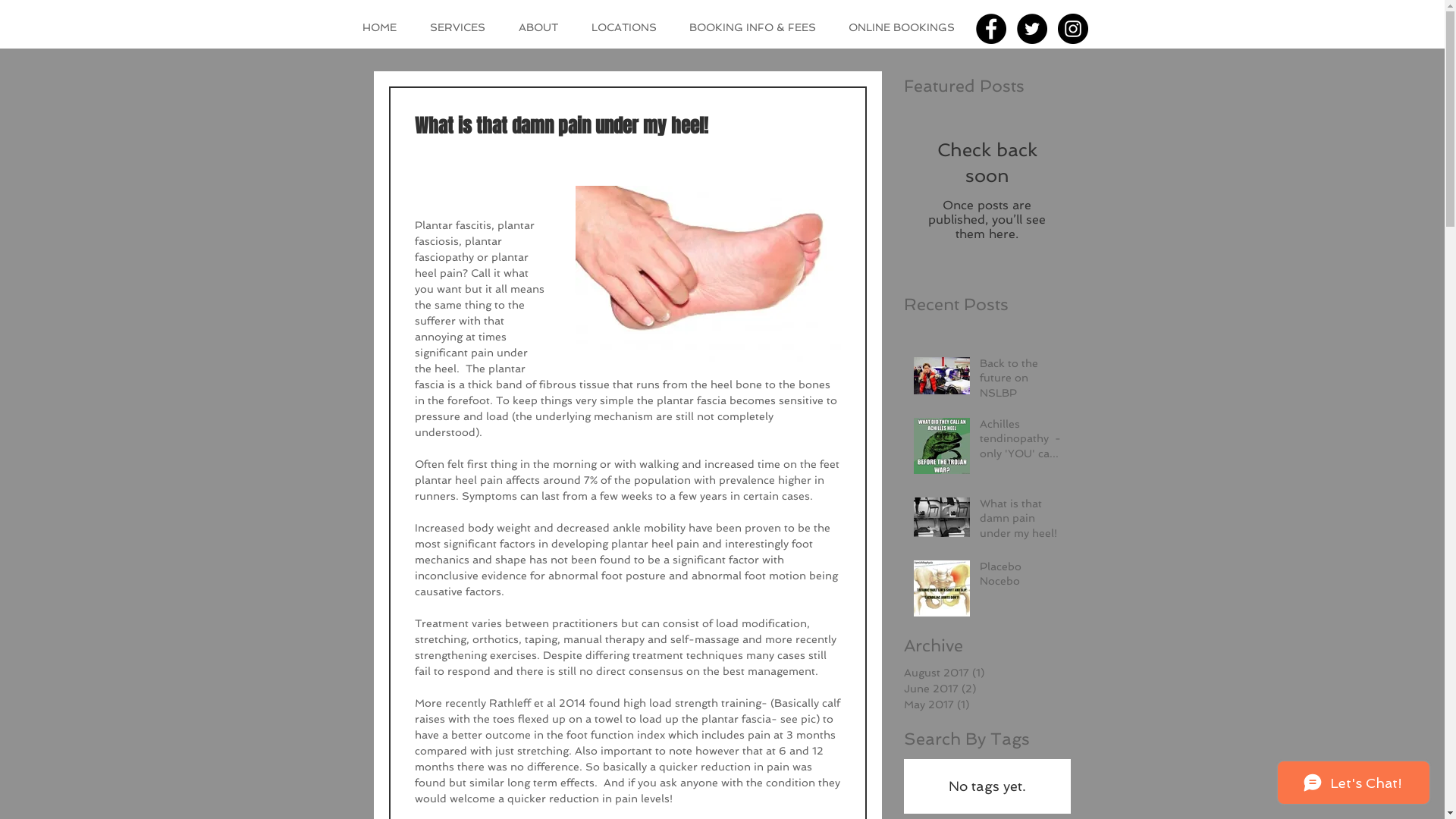  I want to click on 'Placebo Nocebo', so click(1020, 577).